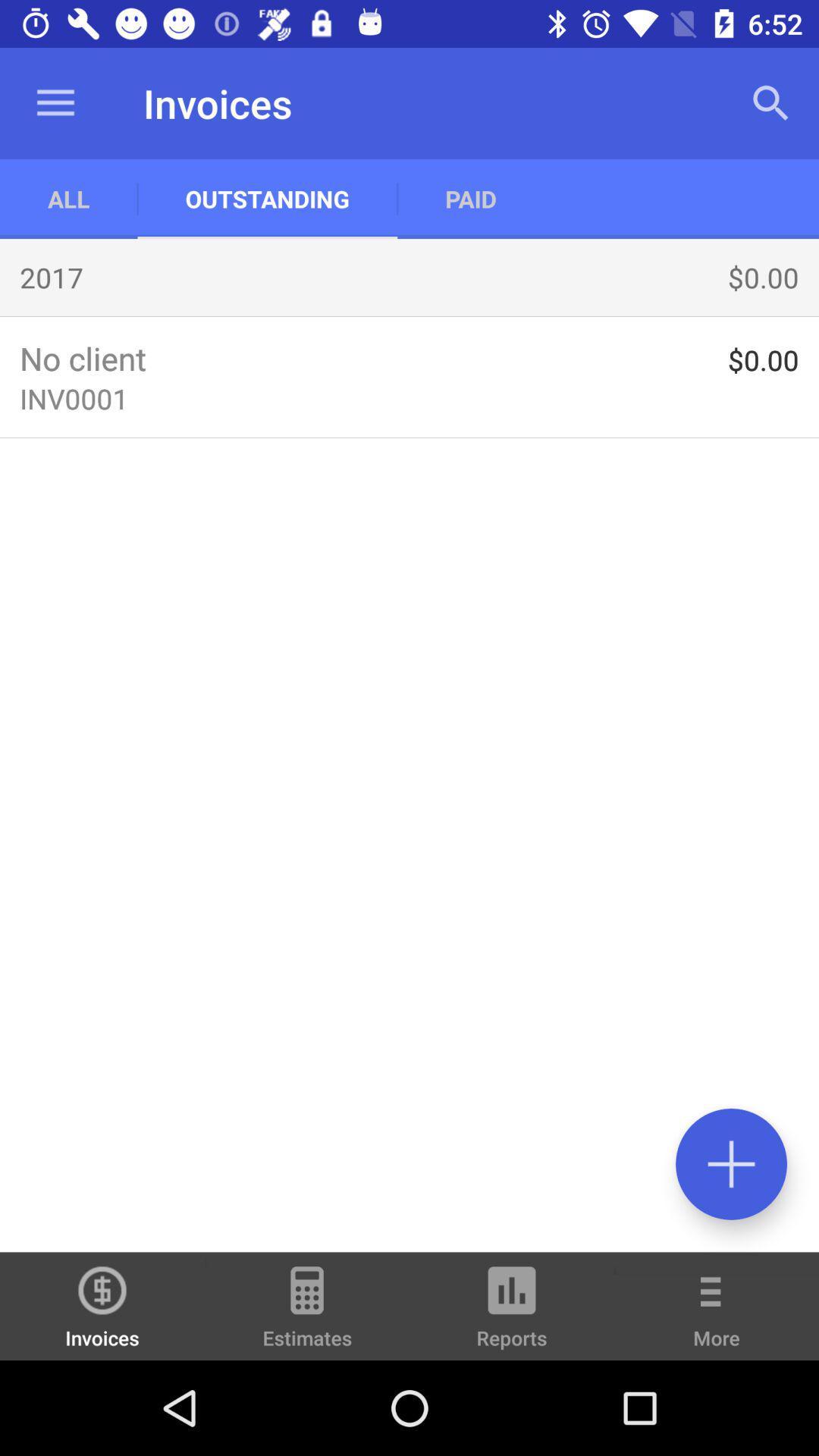 This screenshot has width=819, height=1456. What do you see at coordinates (68, 198) in the screenshot?
I see `the icon to the left of the outstanding item` at bounding box center [68, 198].